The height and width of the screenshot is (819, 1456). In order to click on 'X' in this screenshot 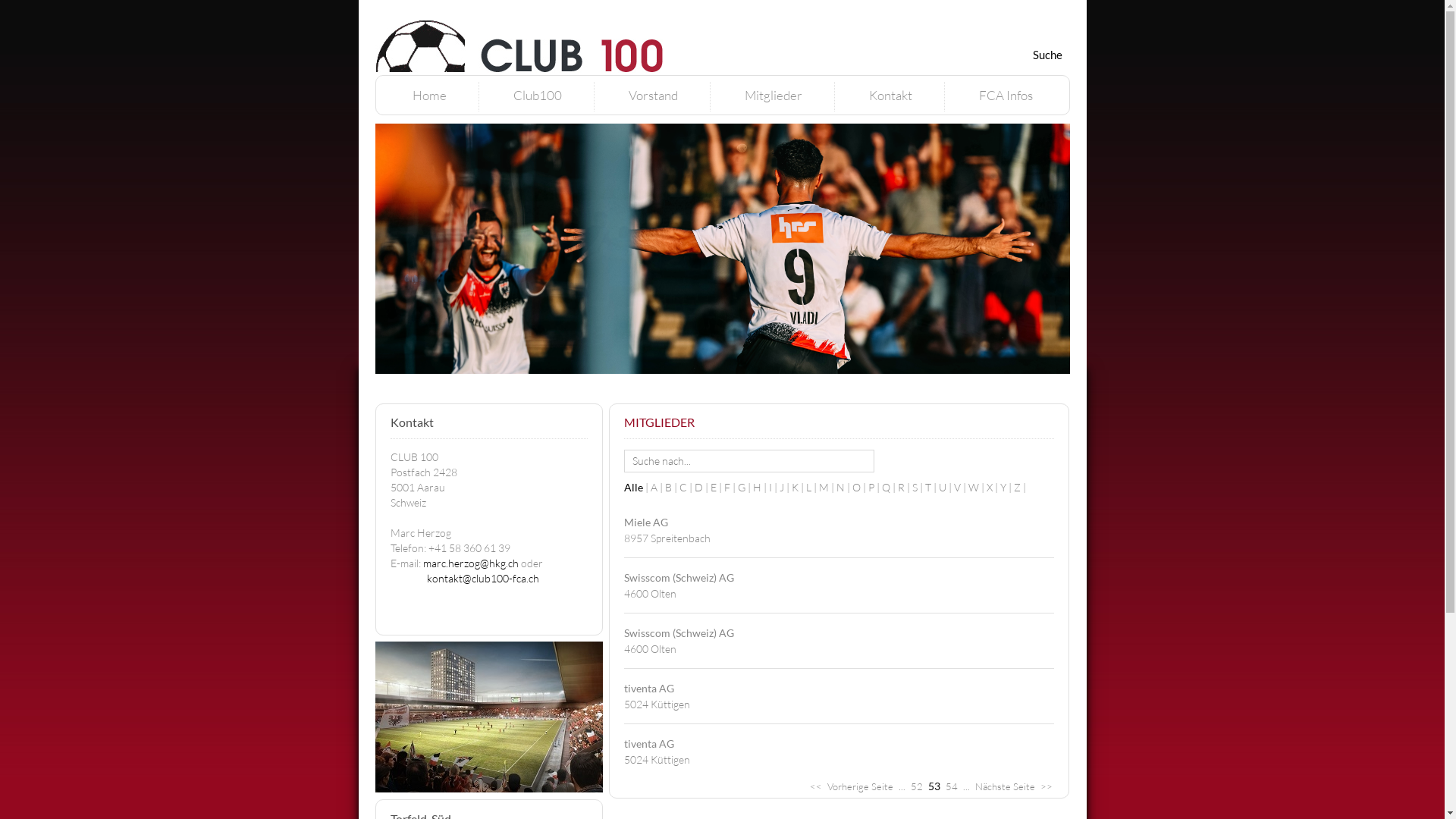, I will do `click(993, 487)`.